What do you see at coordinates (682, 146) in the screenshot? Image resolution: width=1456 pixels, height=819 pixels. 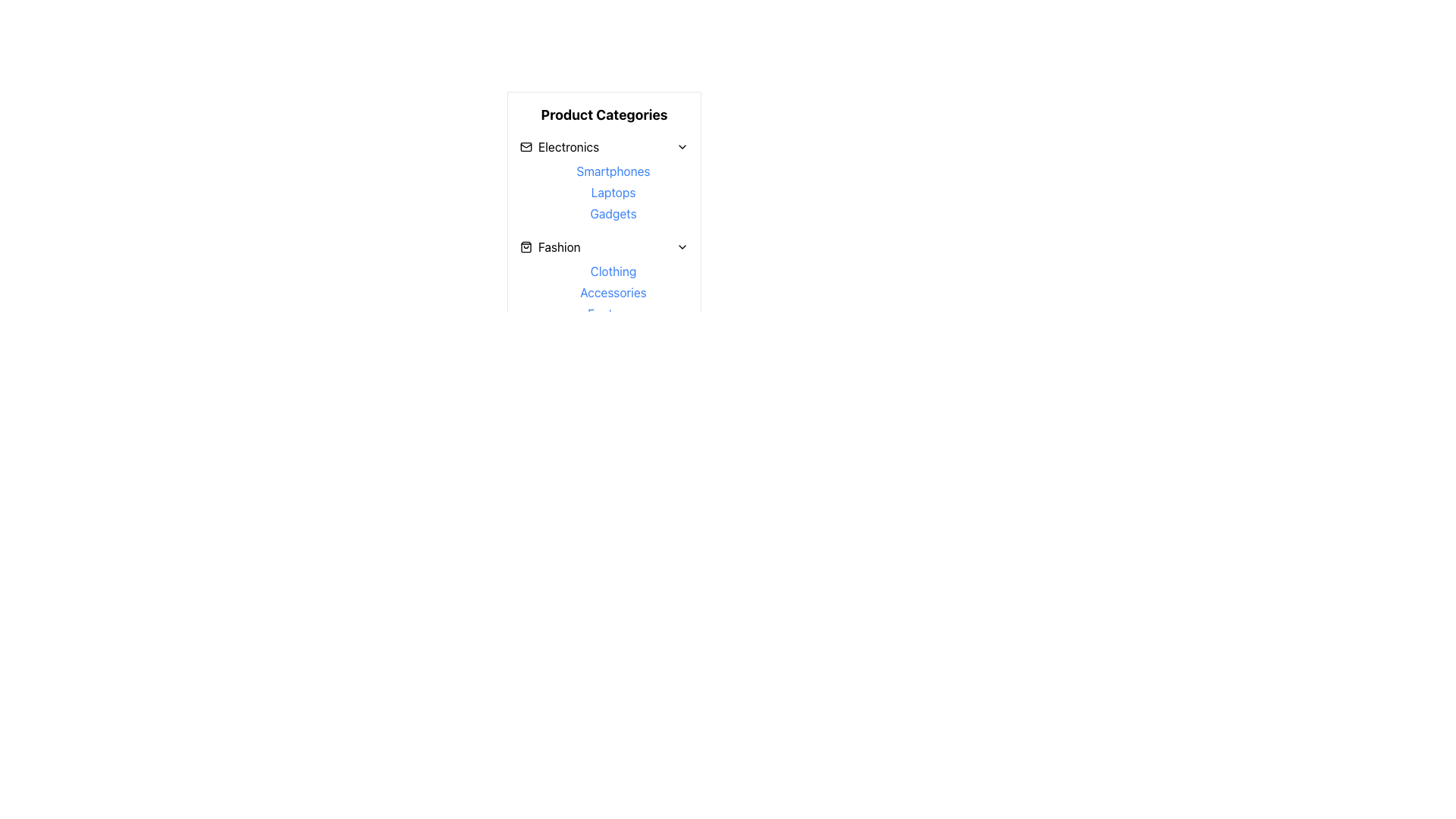 I see `the downward-pointing chevron icon located at the rightmost side of the 'Electronics' category heading` at bounding box center [682, 146].